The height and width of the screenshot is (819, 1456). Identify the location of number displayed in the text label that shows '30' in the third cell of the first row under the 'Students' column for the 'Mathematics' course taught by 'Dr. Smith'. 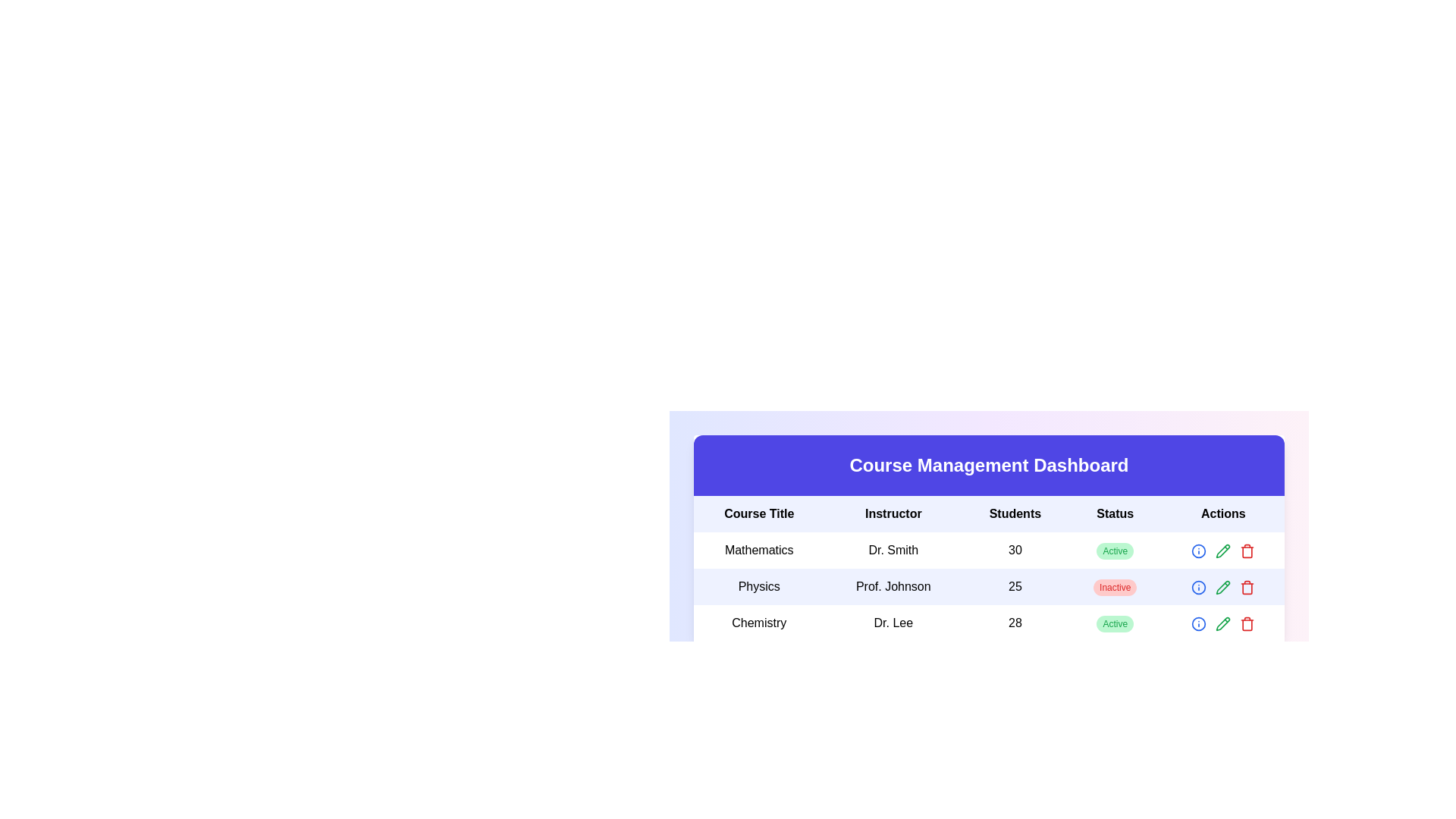
(1015, 550).